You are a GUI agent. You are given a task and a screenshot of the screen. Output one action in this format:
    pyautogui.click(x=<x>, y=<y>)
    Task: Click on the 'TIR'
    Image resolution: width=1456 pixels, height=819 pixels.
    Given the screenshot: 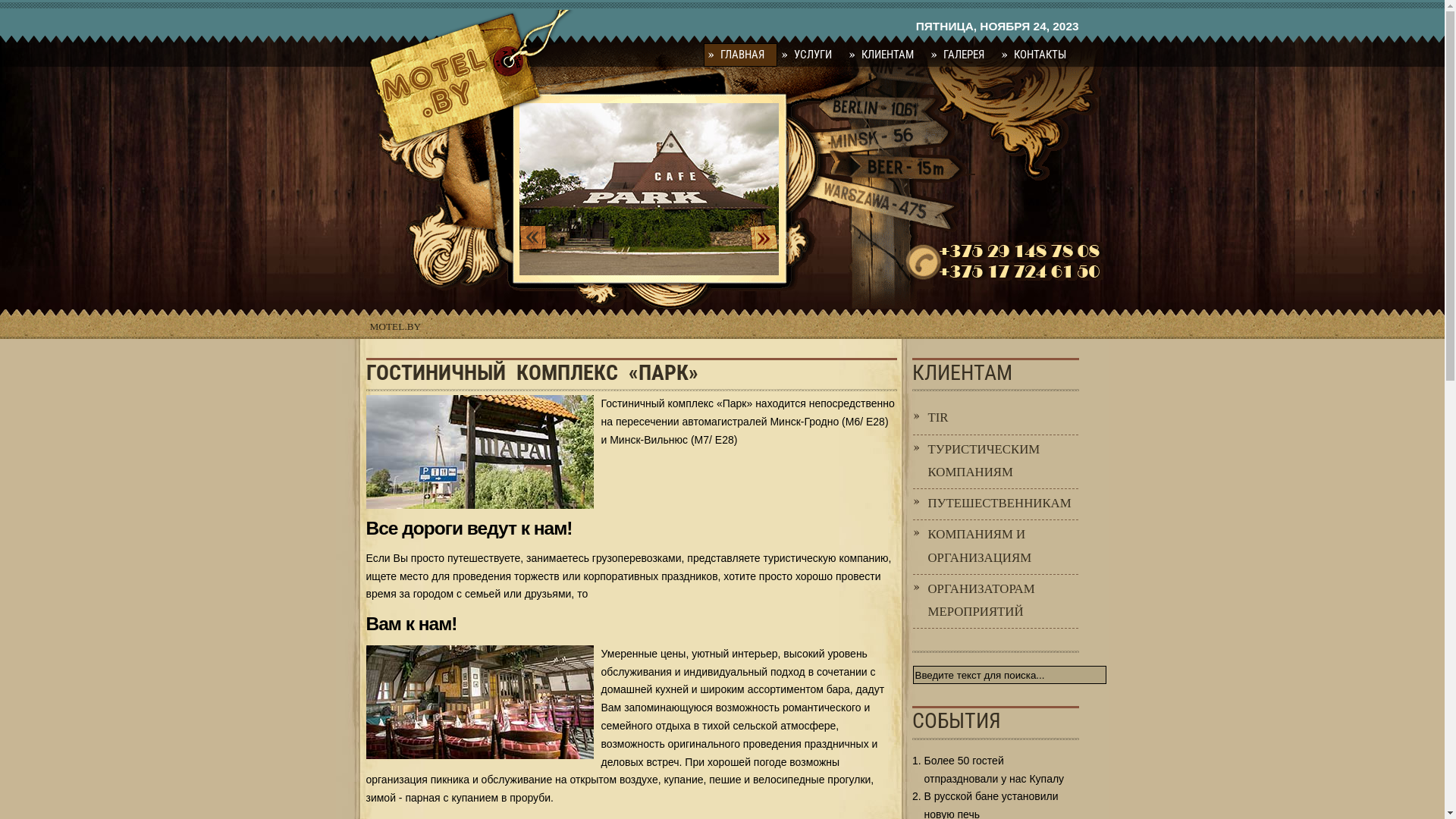 What is the action you would take?
    pyautogui.click(x=996, y=418)
    